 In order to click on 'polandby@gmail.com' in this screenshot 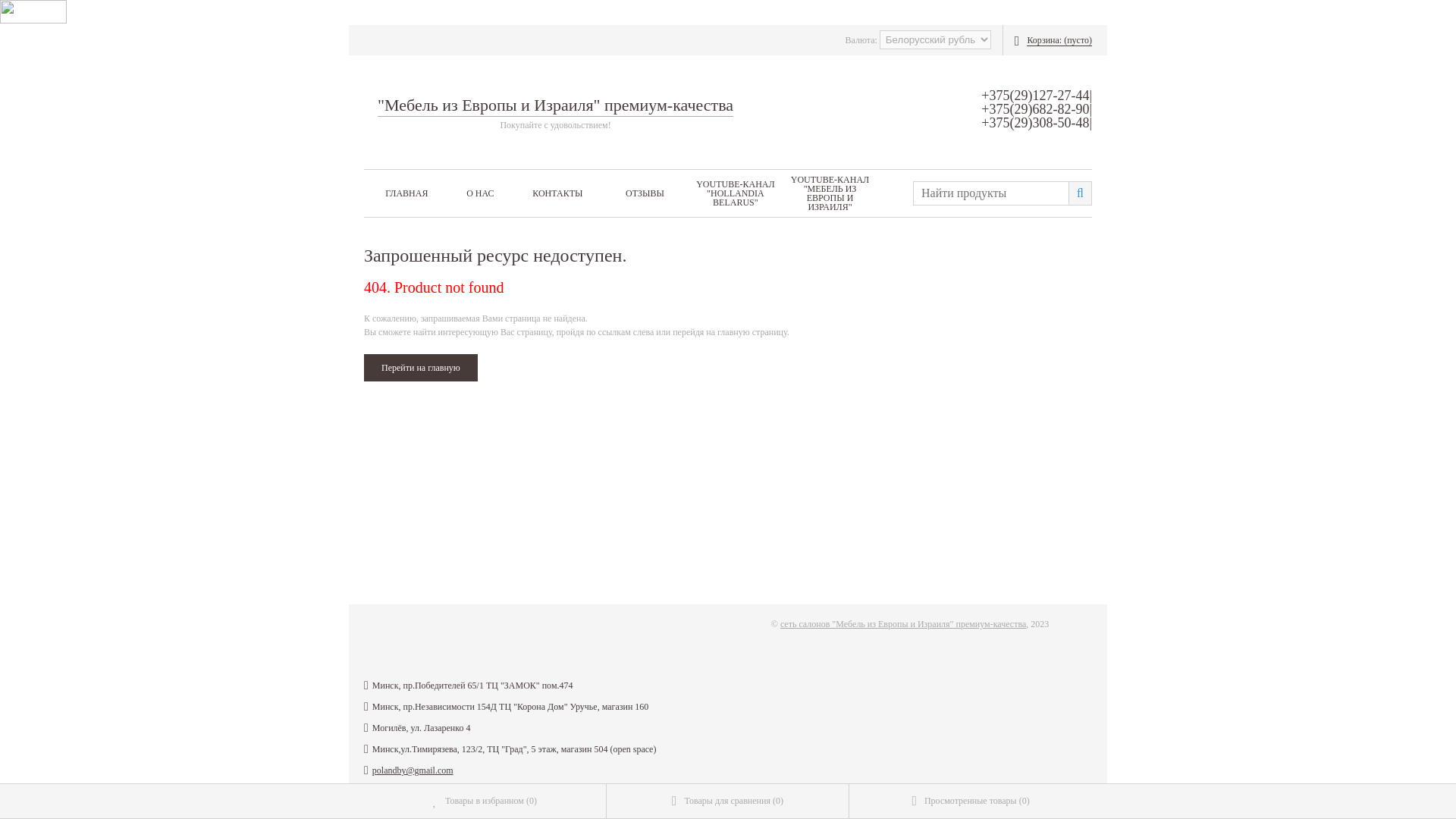, I will do `click(413, 770)`.